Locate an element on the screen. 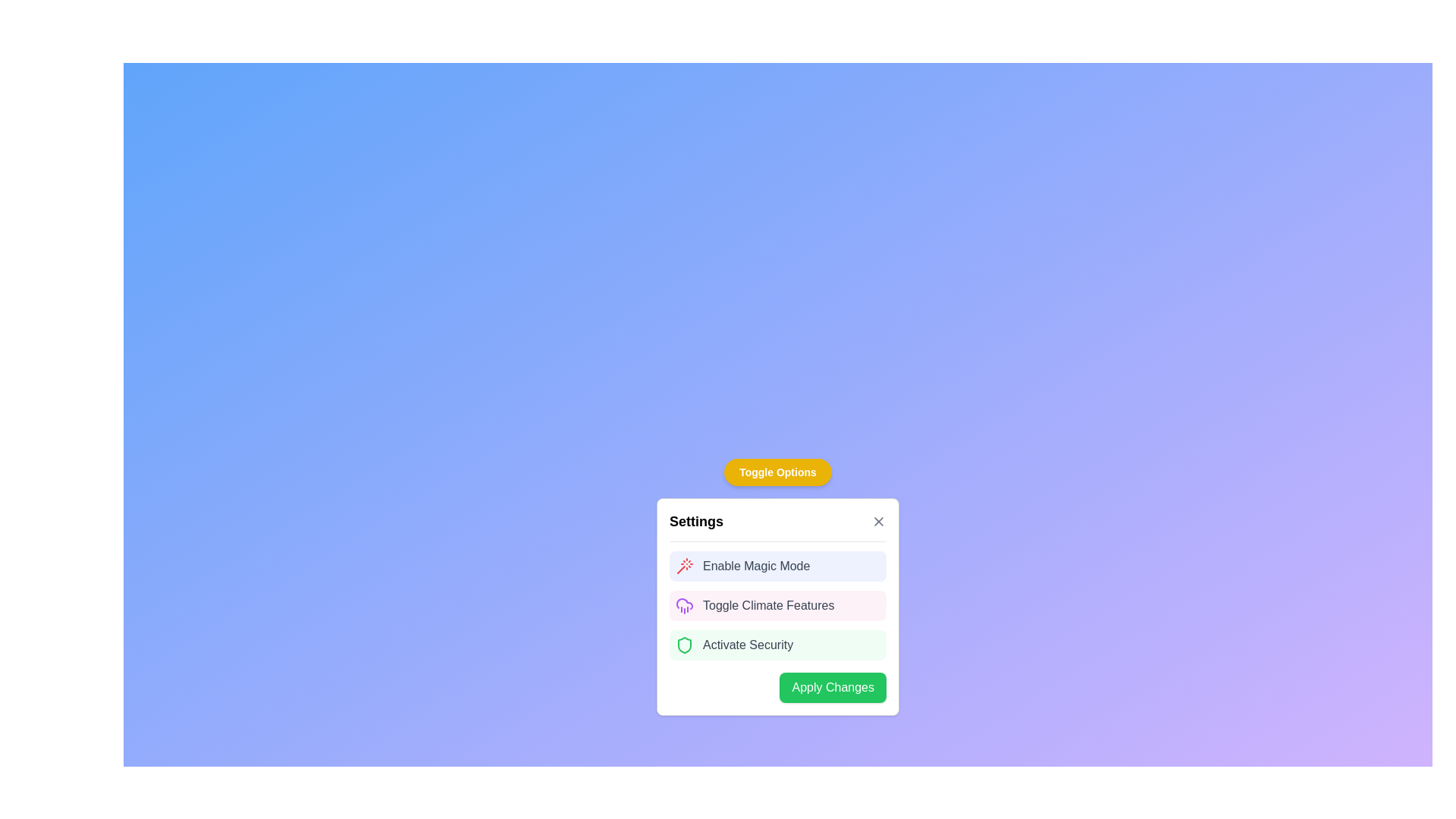  text label stating 'Toggle Climate Features' which is located in the settings dialog box beneath a purple cloud icon is located at coordinates (768, 604).